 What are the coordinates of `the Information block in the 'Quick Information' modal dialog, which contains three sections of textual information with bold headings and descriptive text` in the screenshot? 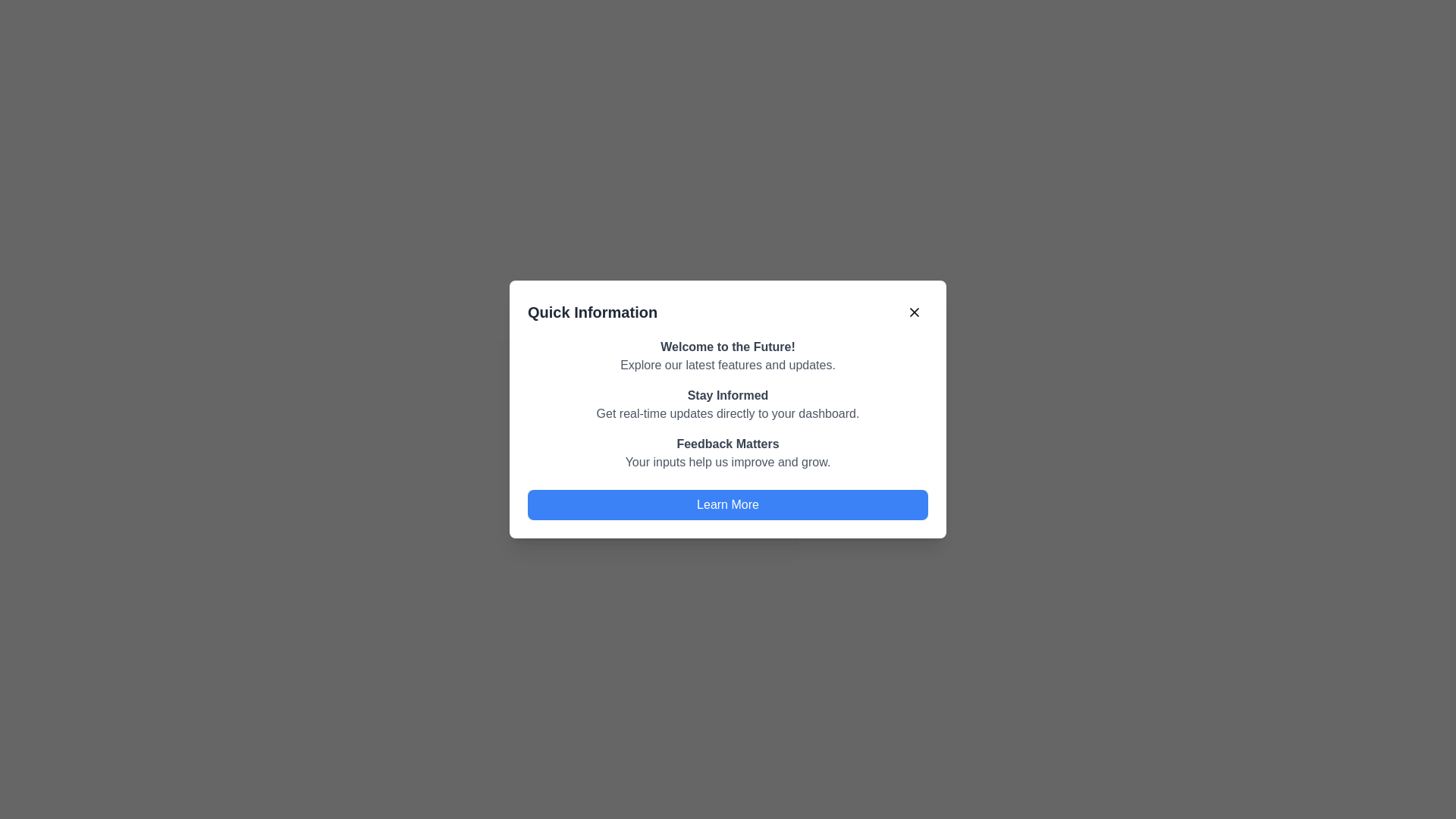 It's located at (728, 403).